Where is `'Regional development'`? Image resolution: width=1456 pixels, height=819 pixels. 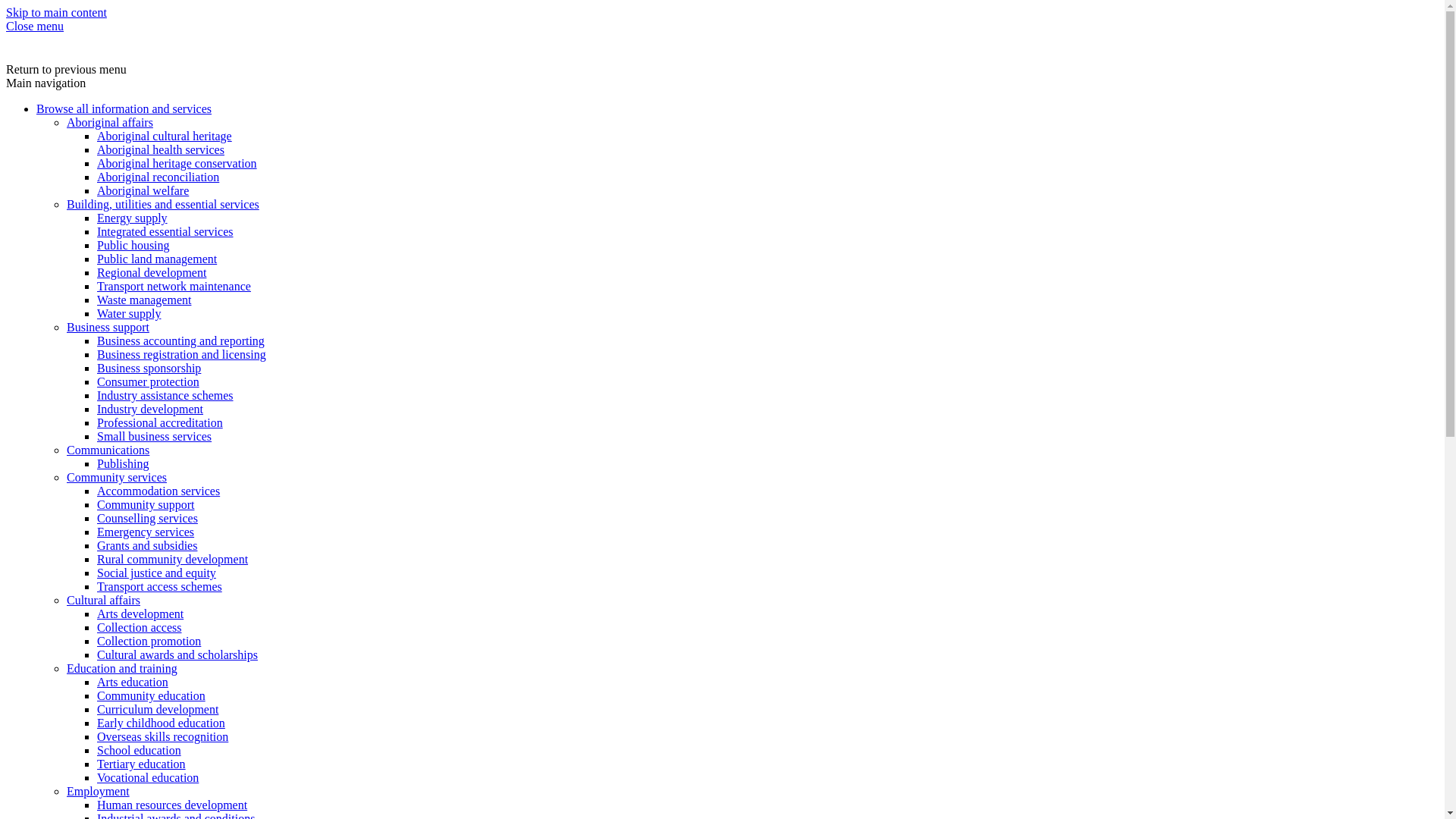
'Regional development' is located at coordinates (152, 271).